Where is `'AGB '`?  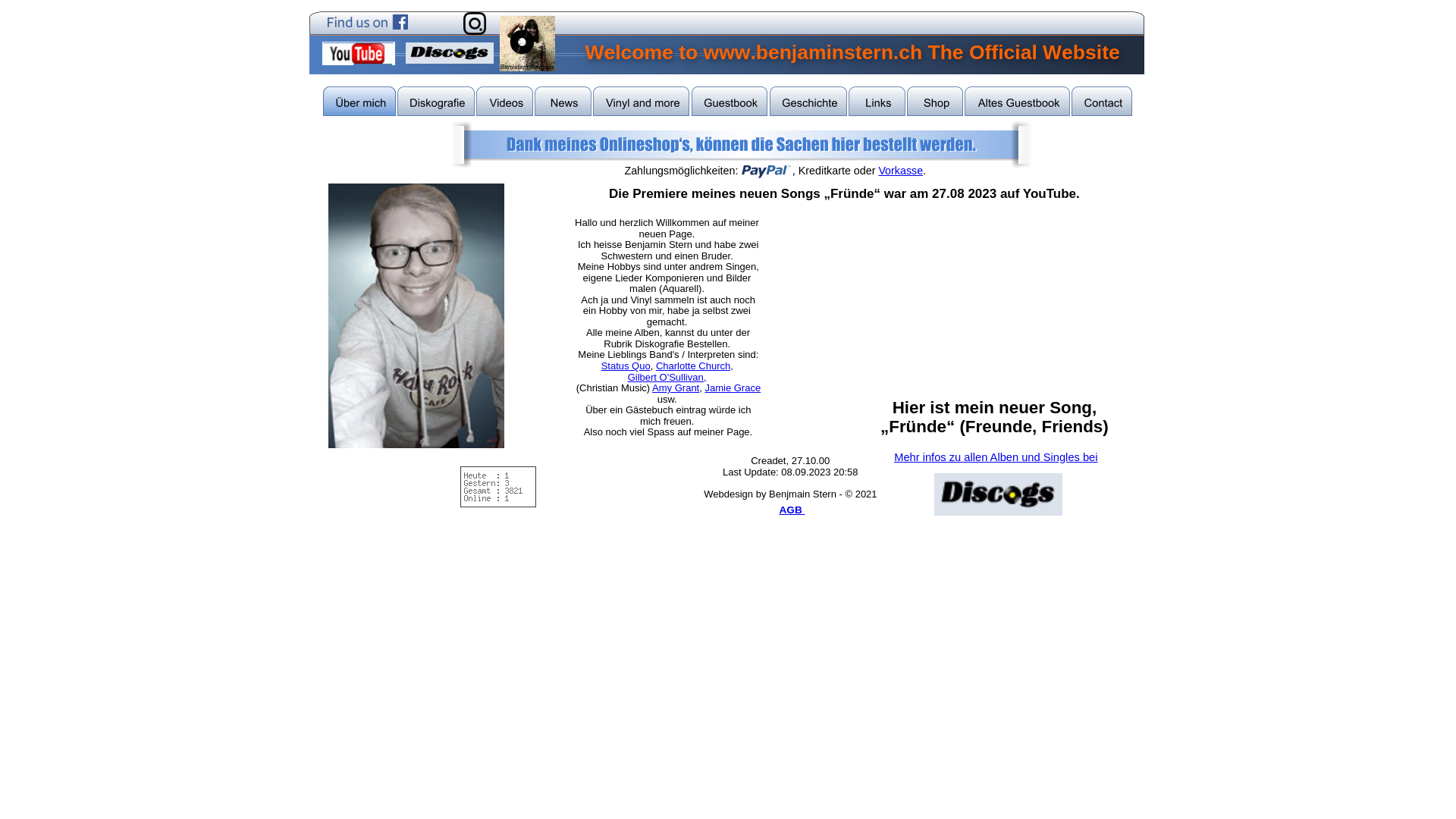 'AGB ' is located at coordinates (792, 510).